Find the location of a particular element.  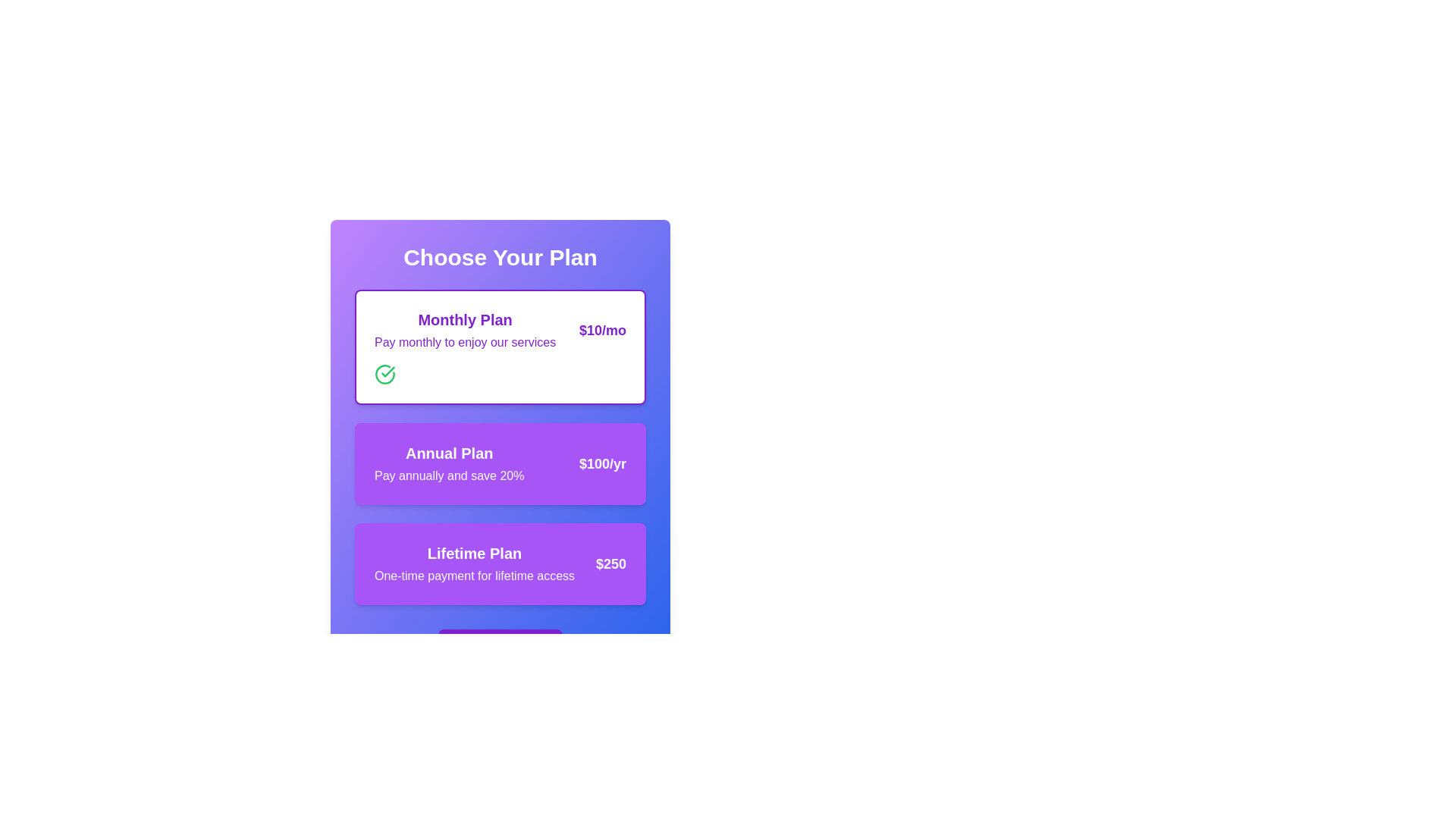

text label displaying 'Pay annually and save 20%' located beneath the 'Annual Plan' title in the Annual Plan section is located at coordinates (448, 475).